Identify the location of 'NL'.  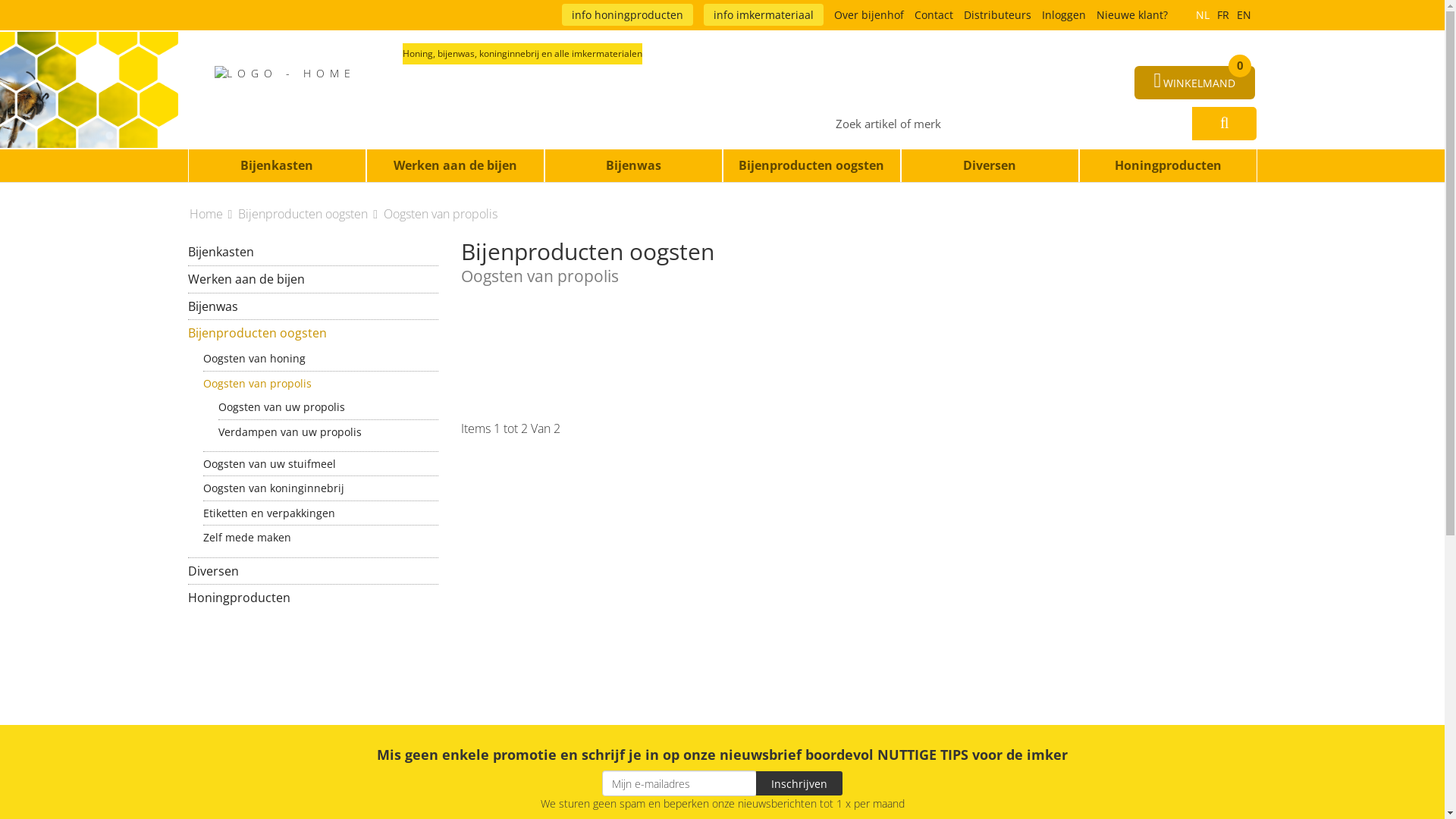
(1201, 15).